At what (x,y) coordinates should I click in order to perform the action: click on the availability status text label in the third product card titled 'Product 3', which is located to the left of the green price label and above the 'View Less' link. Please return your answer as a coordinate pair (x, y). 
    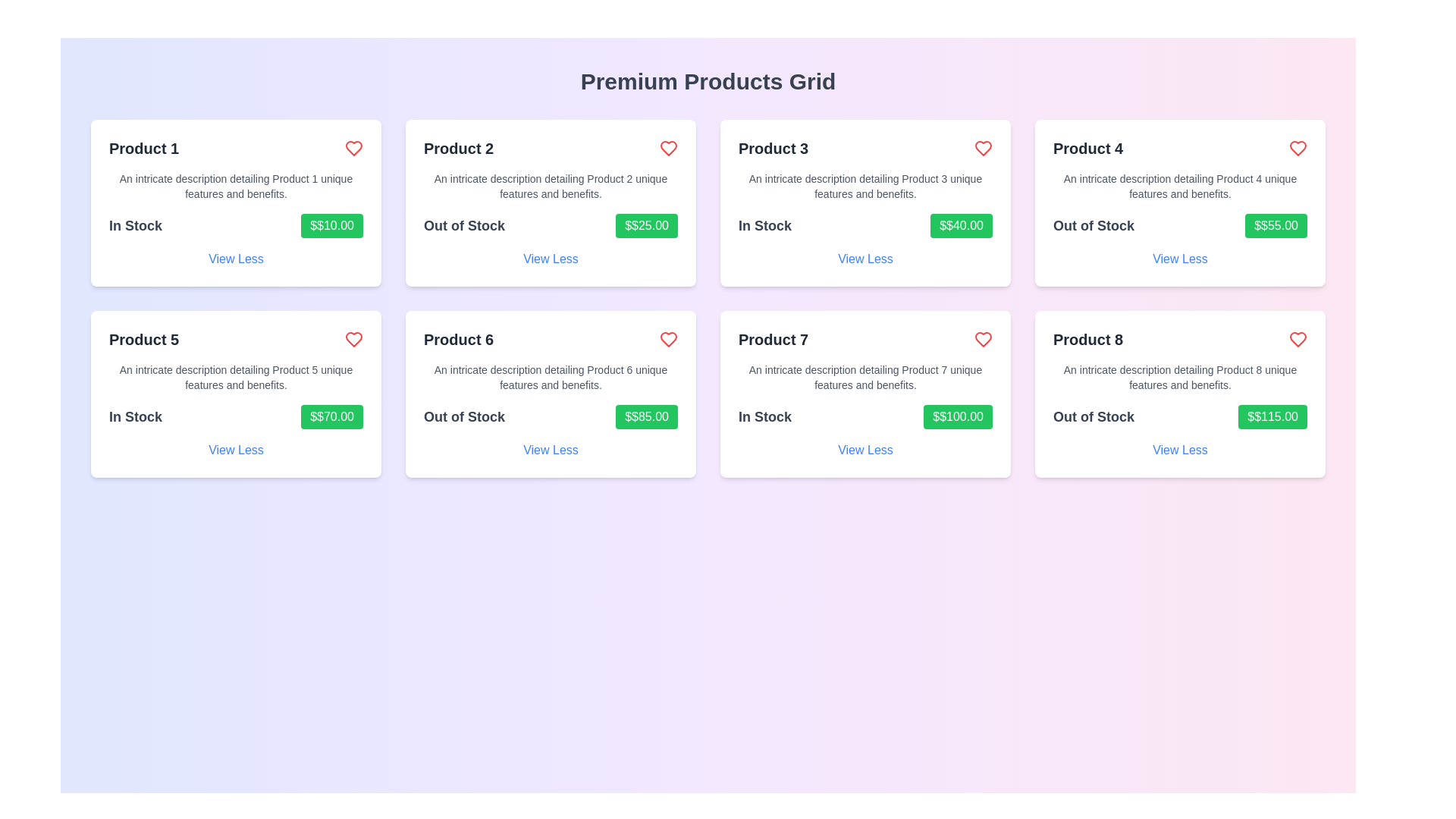
    Looking at the image, I should click on (764, 225).